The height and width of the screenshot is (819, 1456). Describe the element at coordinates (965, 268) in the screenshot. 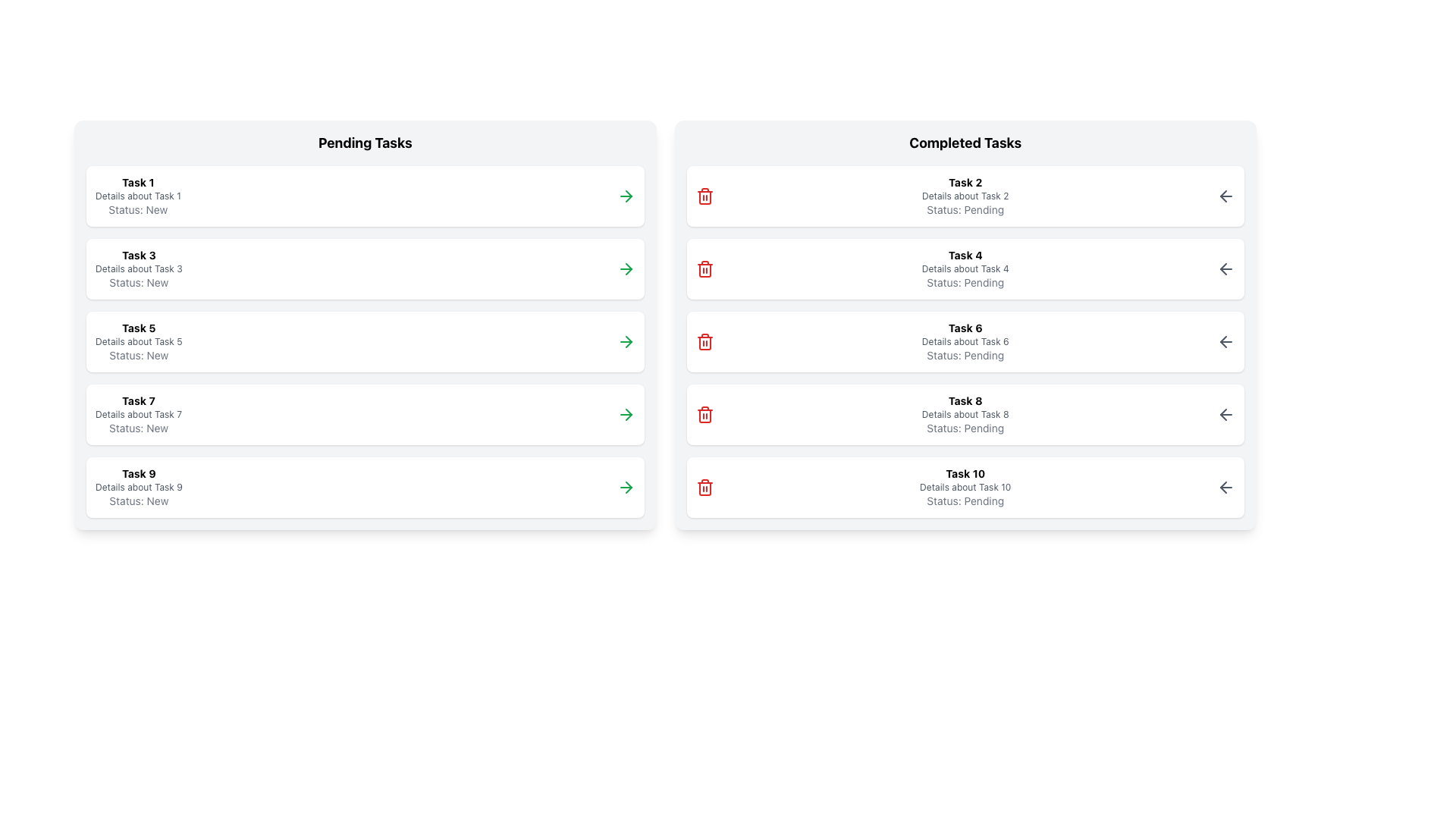

I see `the informational text label displaying additional details about 'Task 4' located in the 'Completed Tasks' column, specifically the second card in the list` at that location.